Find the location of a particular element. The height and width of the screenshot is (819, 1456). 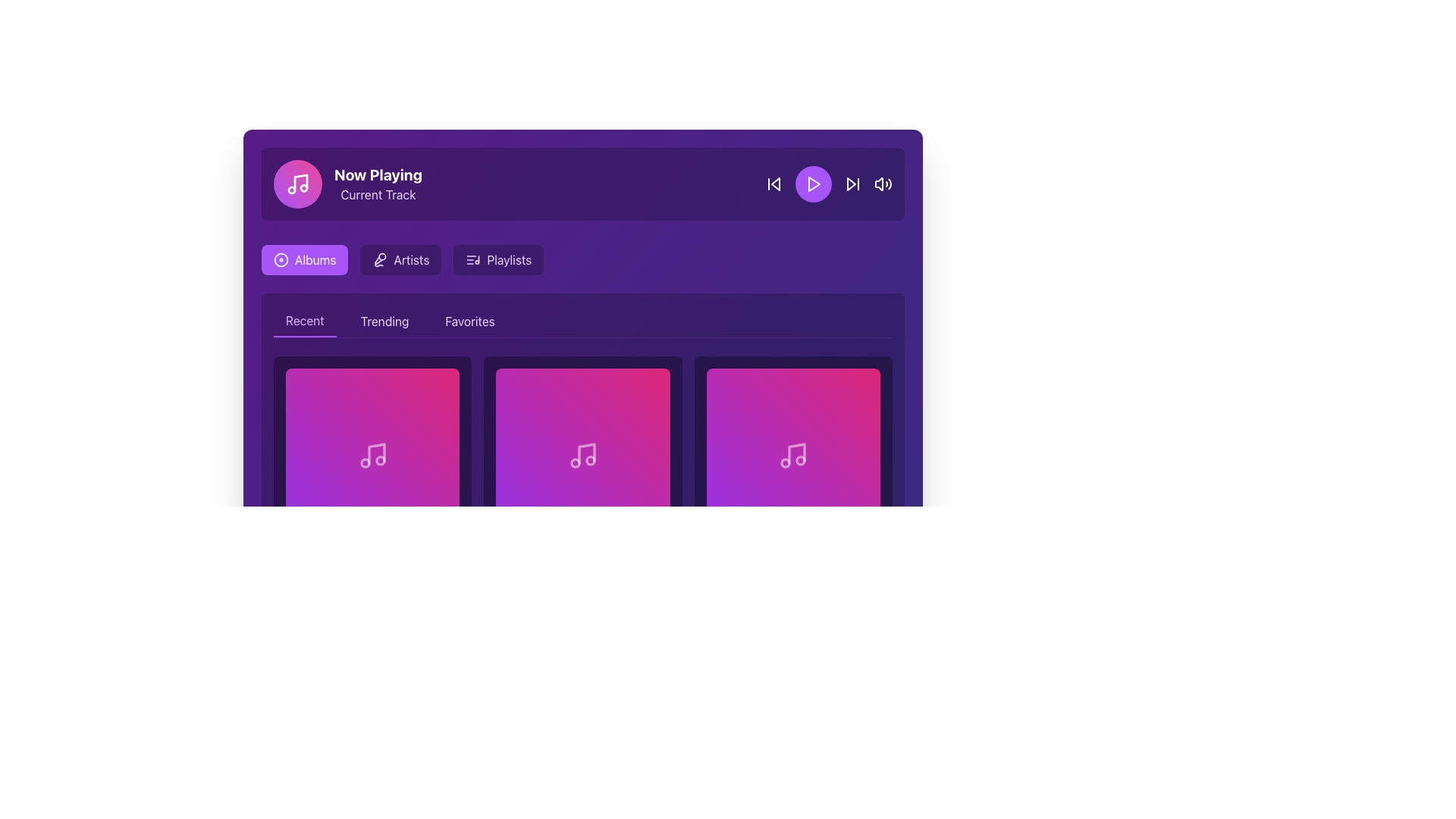

the small circle located towards the lower right corner of the musical note icon, which is part of an SVG graphic is located at coordinates (800, 460).